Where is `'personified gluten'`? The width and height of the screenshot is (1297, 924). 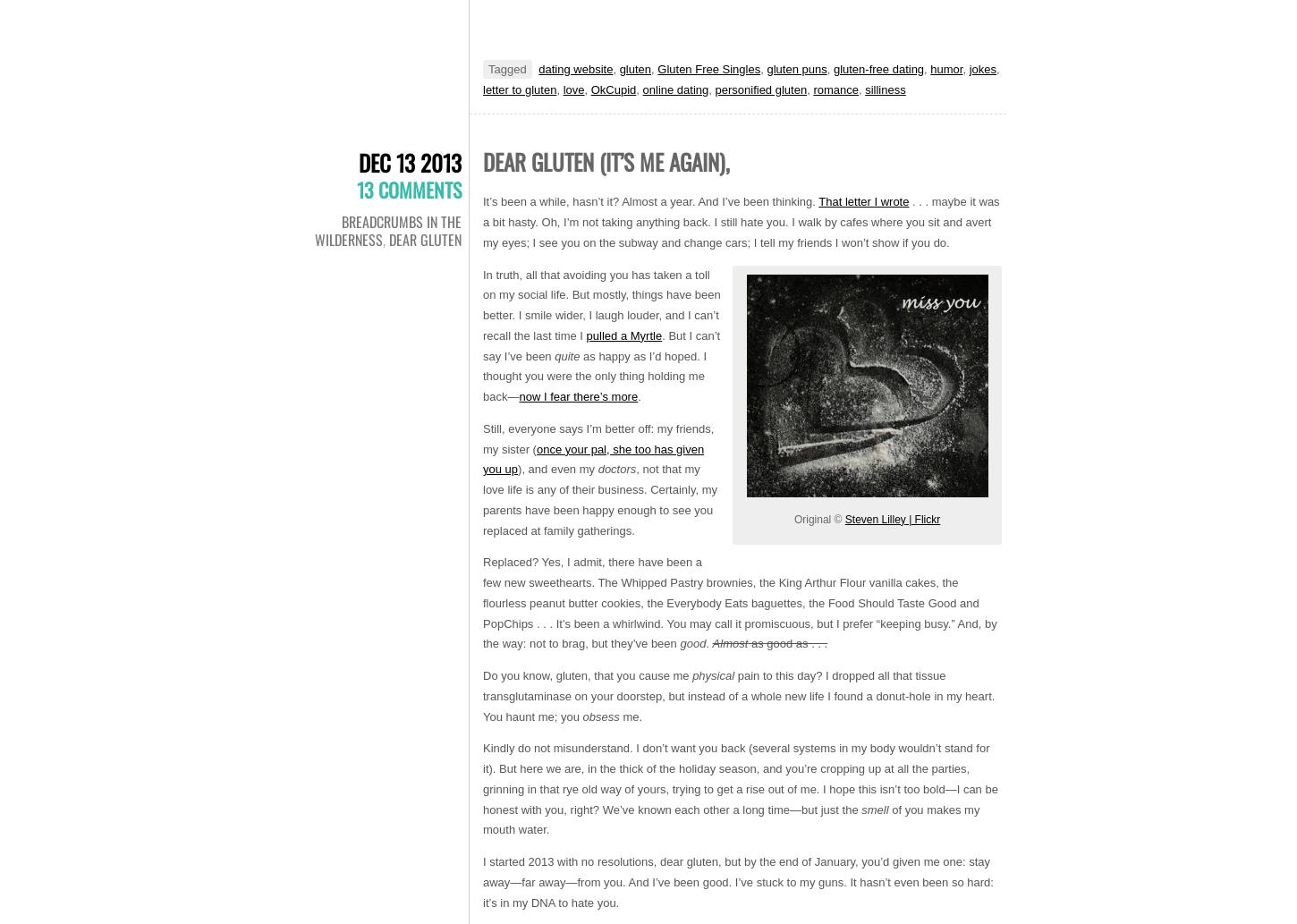
'personified gluten' is located at coordinates (759, 89).